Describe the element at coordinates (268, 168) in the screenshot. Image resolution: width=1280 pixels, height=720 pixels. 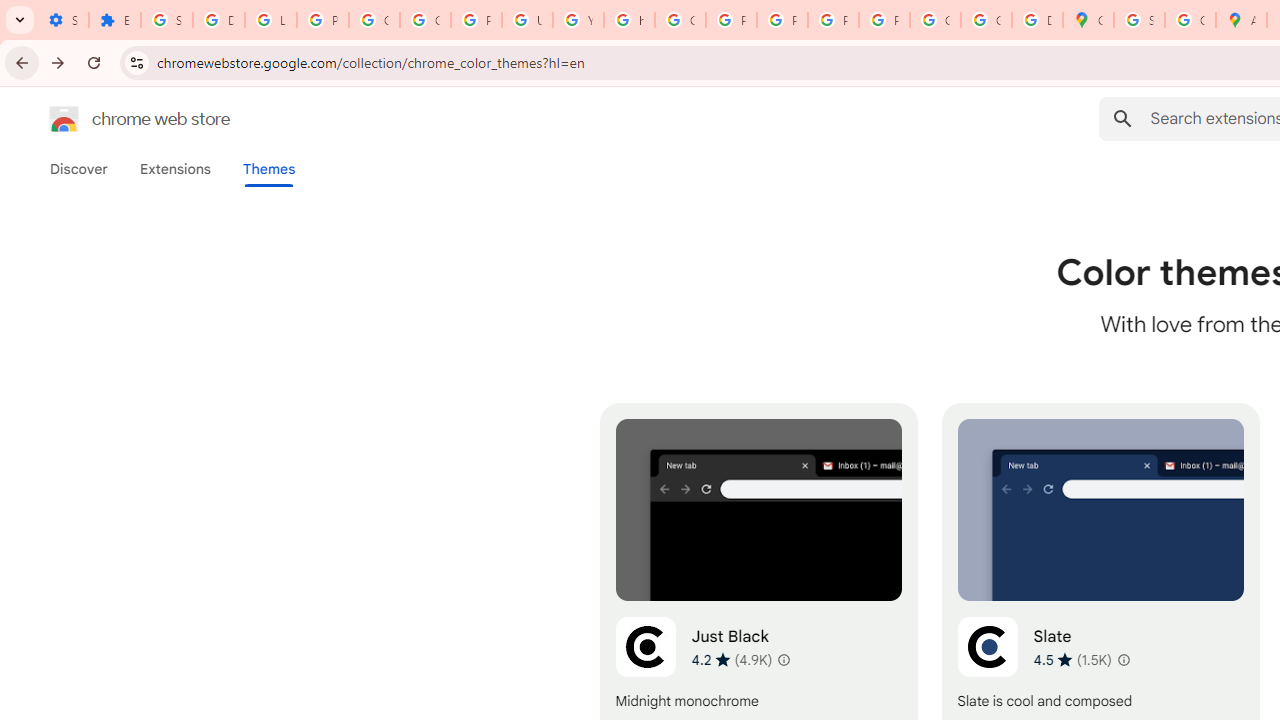
I see `'Themes'` at that location.